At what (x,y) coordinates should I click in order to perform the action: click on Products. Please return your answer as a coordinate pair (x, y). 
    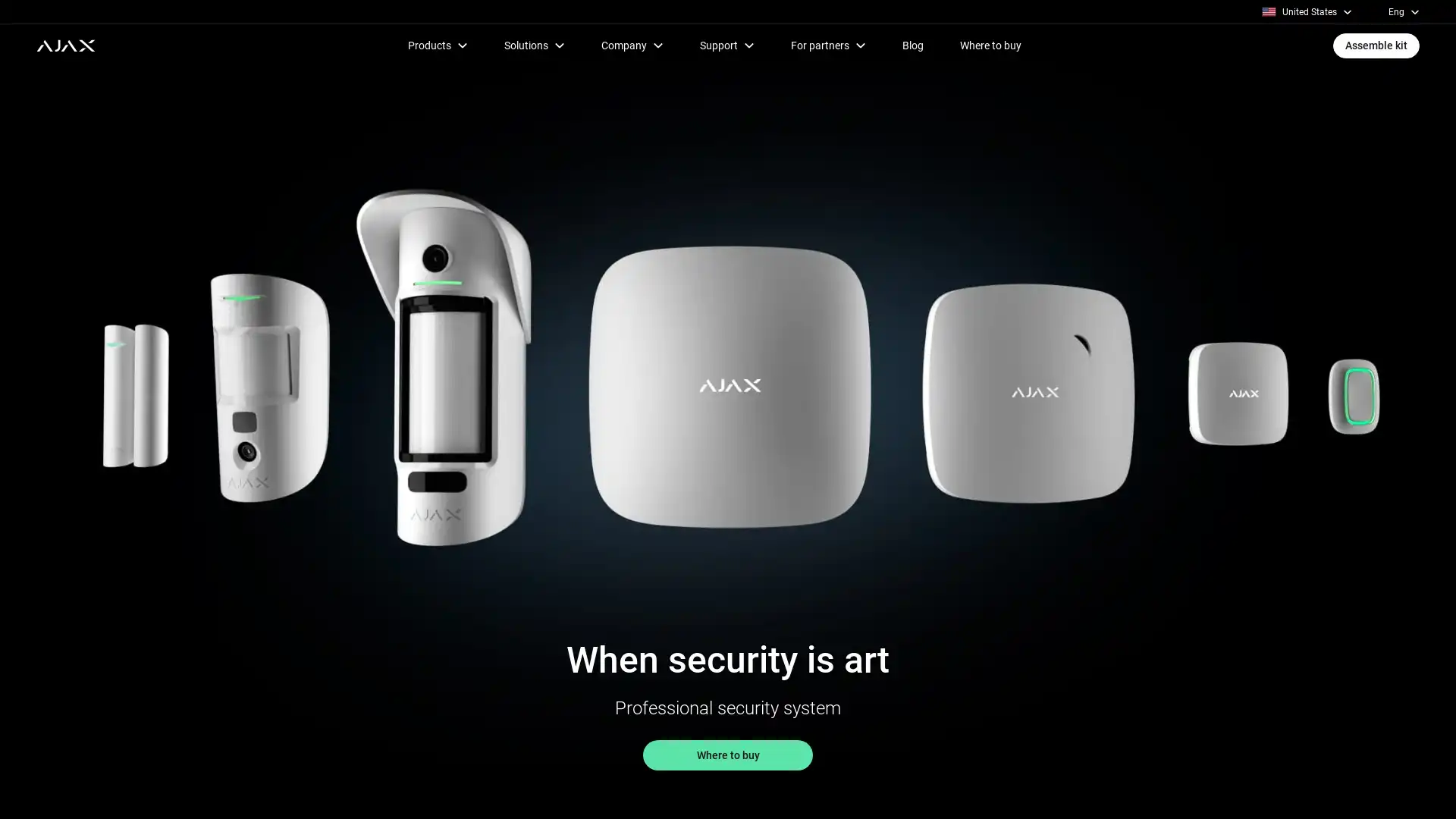
    Looking at the image, I should click on (436, 45).